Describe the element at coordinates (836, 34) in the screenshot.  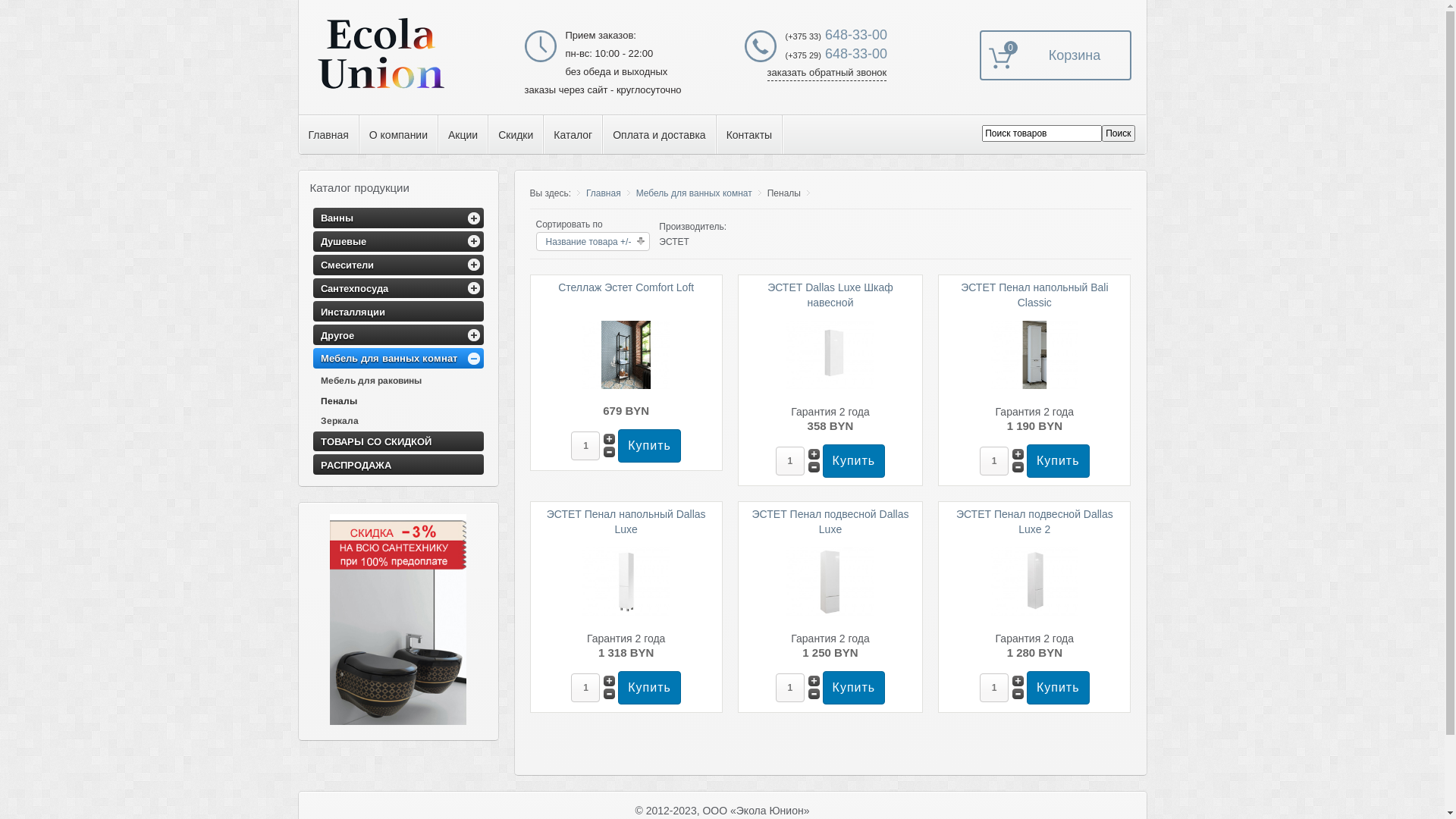
I see `'(+375 33) 648-33-00'` at that location.